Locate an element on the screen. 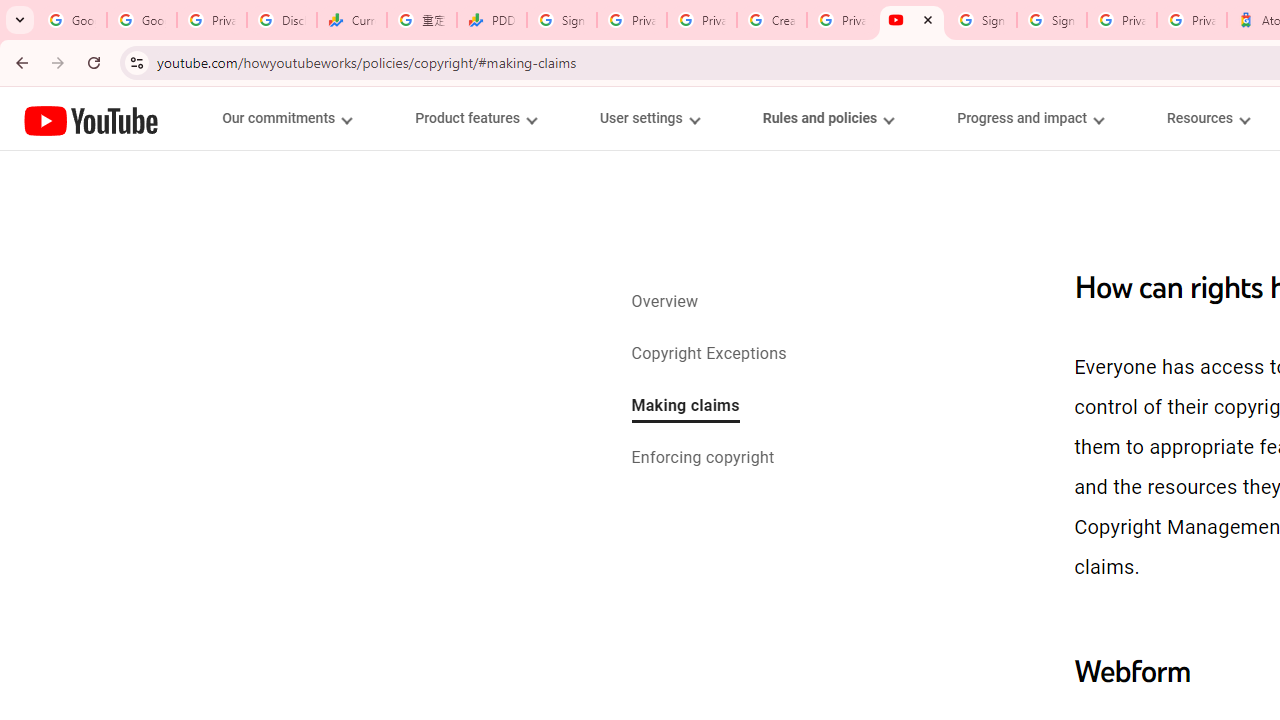 The height and width of the screenshot is (720, 1280). 'Sign in - Google Accounts' is located at coordinates (1051, 20).